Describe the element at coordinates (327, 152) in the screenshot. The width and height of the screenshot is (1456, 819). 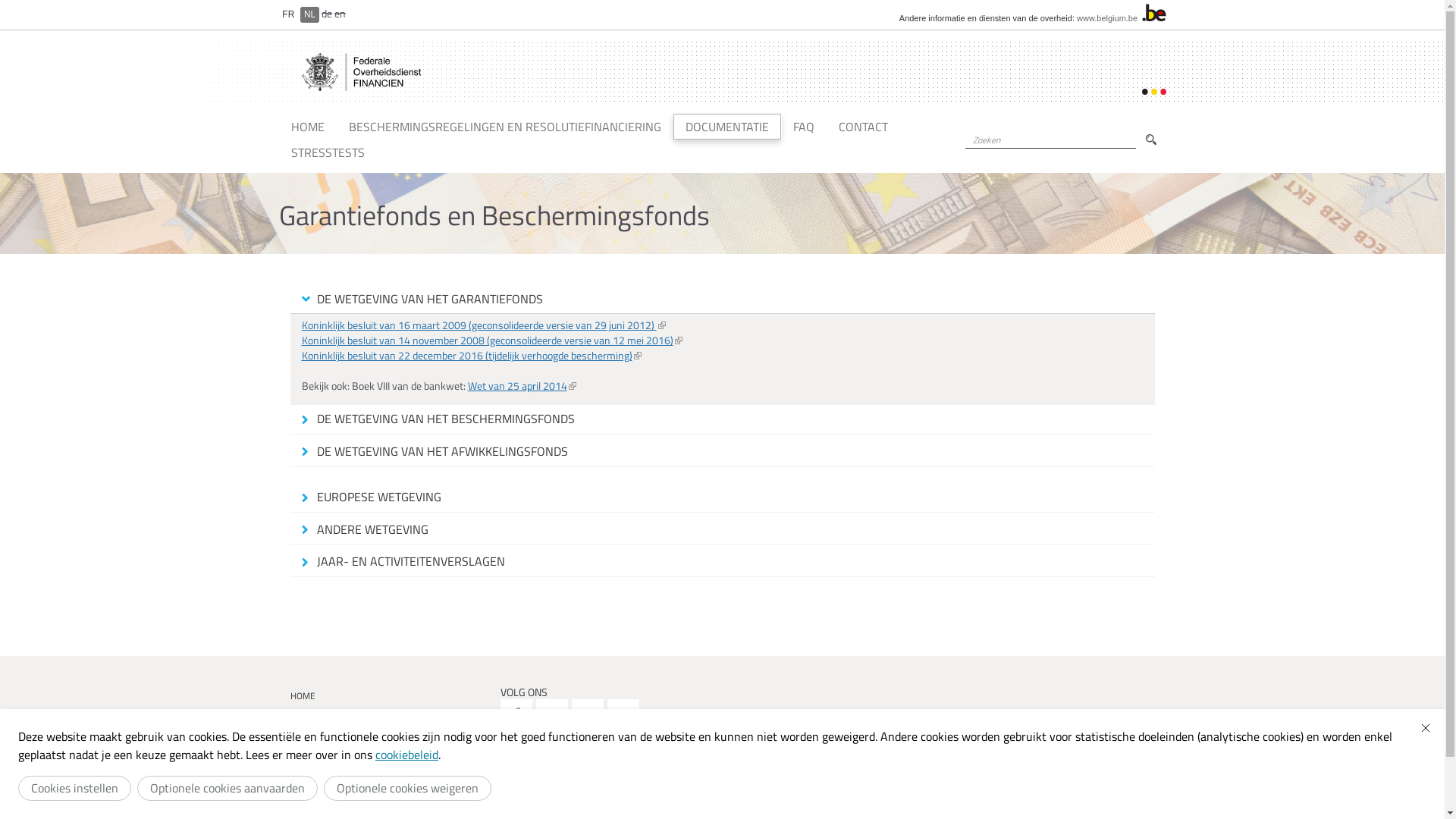
I see `'STRESSTESTS'` at that location.